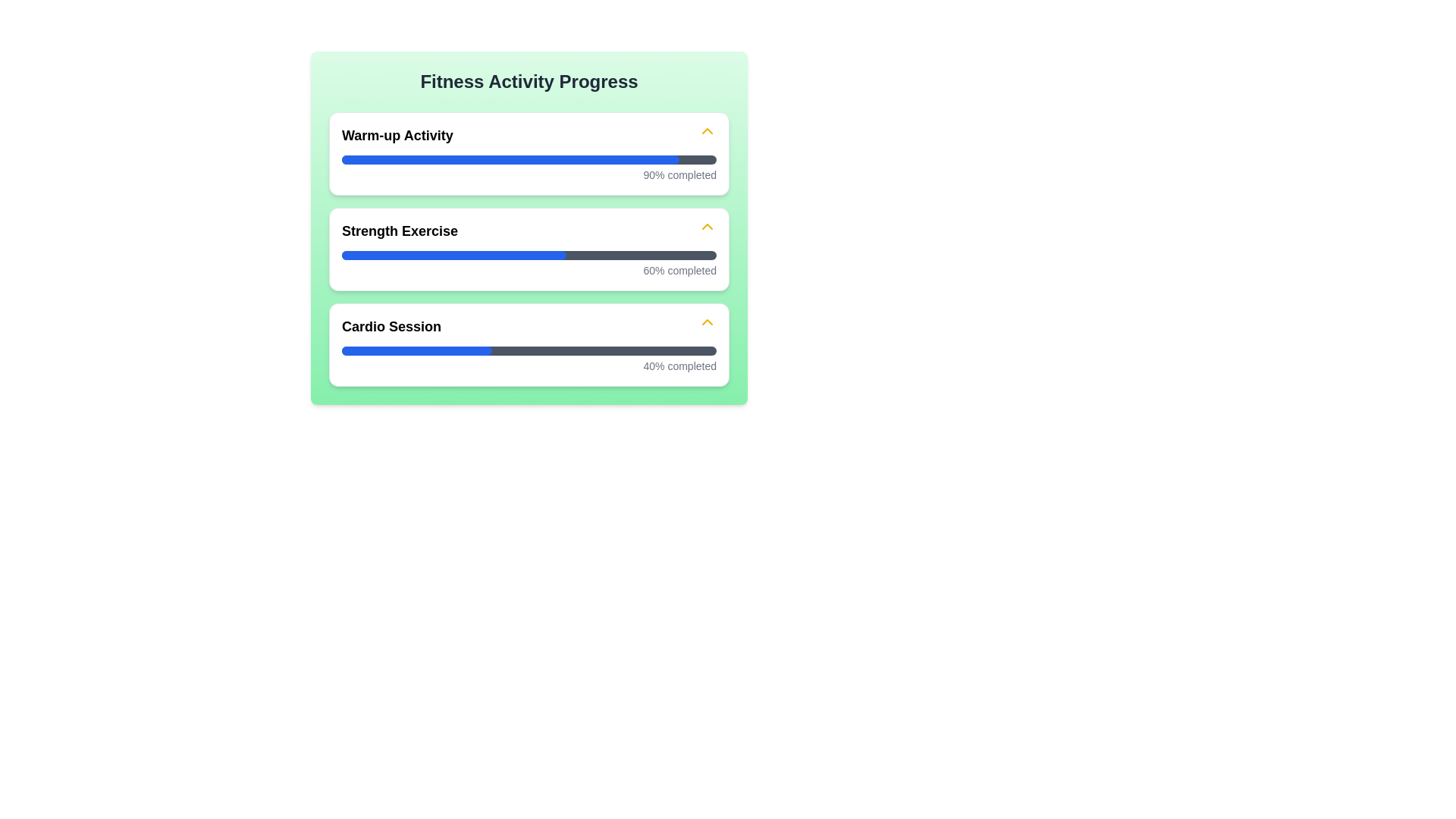 The image size is (1456, 819). I want to click on the upward-pointing yellow chevron icon in the top-right corner of the 'Warm-up Activity' section, so click(706, 133).